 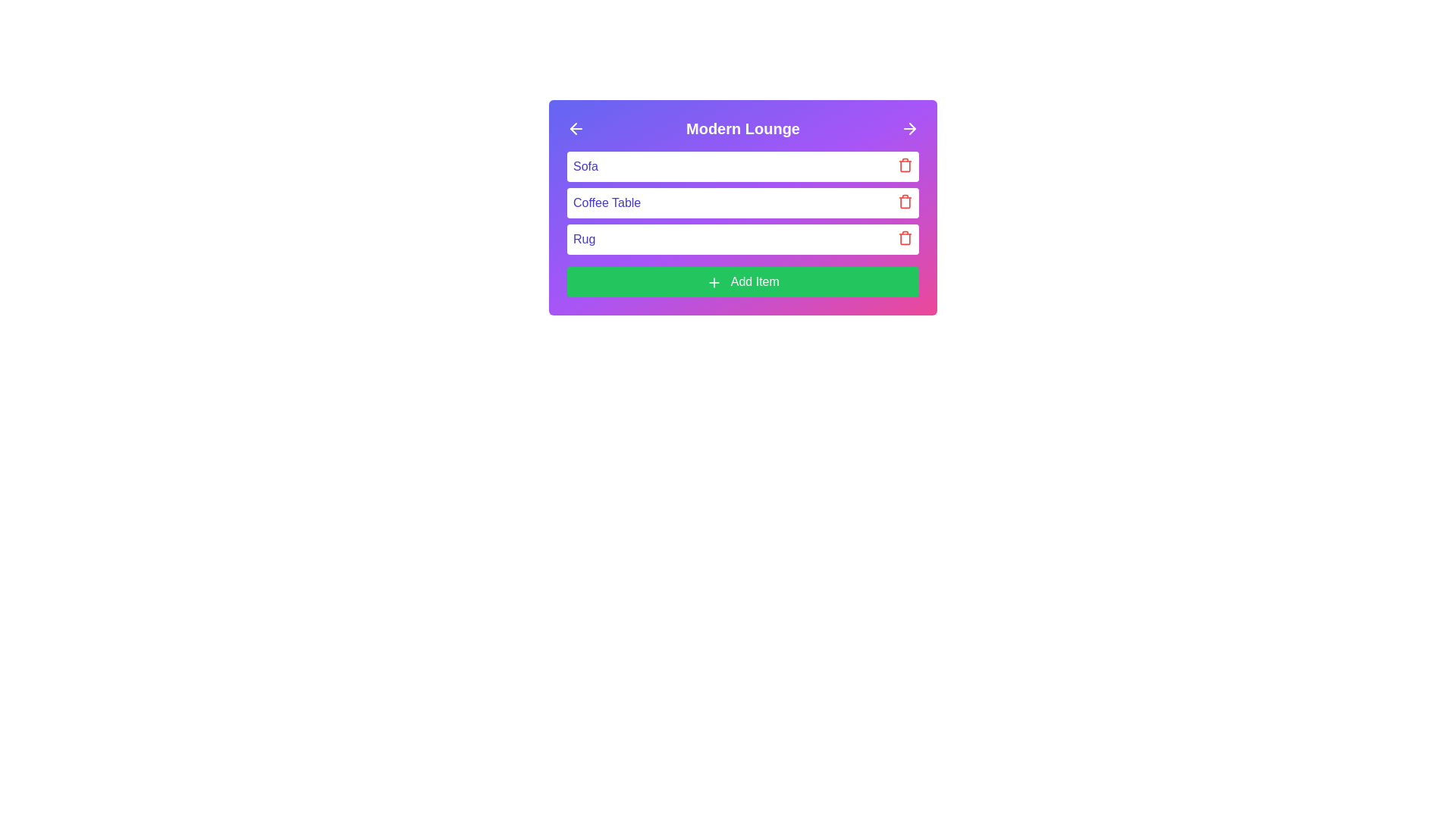 What do you see at coordinates (575, 127) in the screenshot?
I see `the leftwards arrow navigation button located in the purple header of 'Modern Lounge'` at bounding box center [575, 127].